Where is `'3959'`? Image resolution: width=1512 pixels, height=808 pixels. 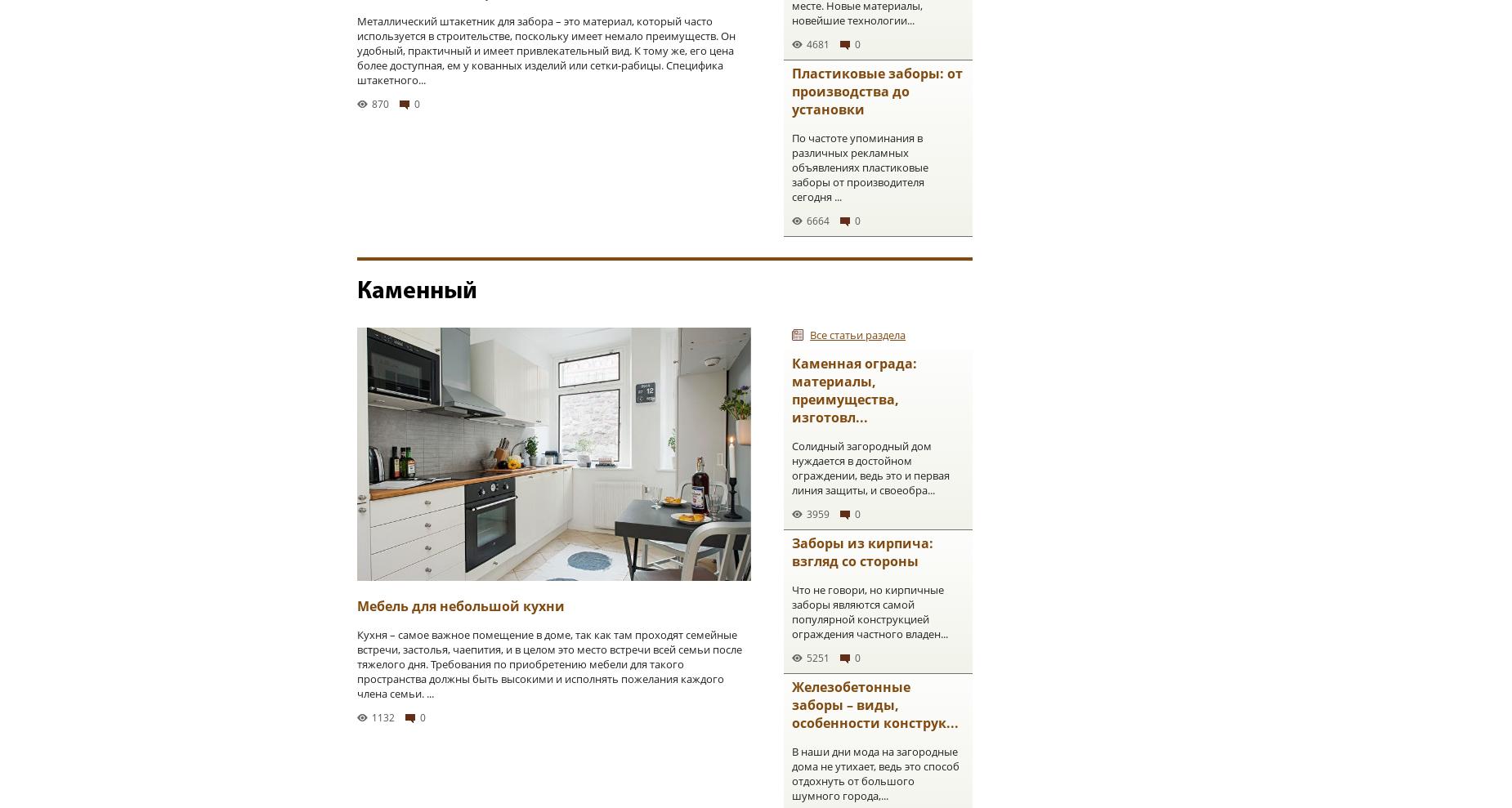
'3959' is located at coordinates (817, 514).